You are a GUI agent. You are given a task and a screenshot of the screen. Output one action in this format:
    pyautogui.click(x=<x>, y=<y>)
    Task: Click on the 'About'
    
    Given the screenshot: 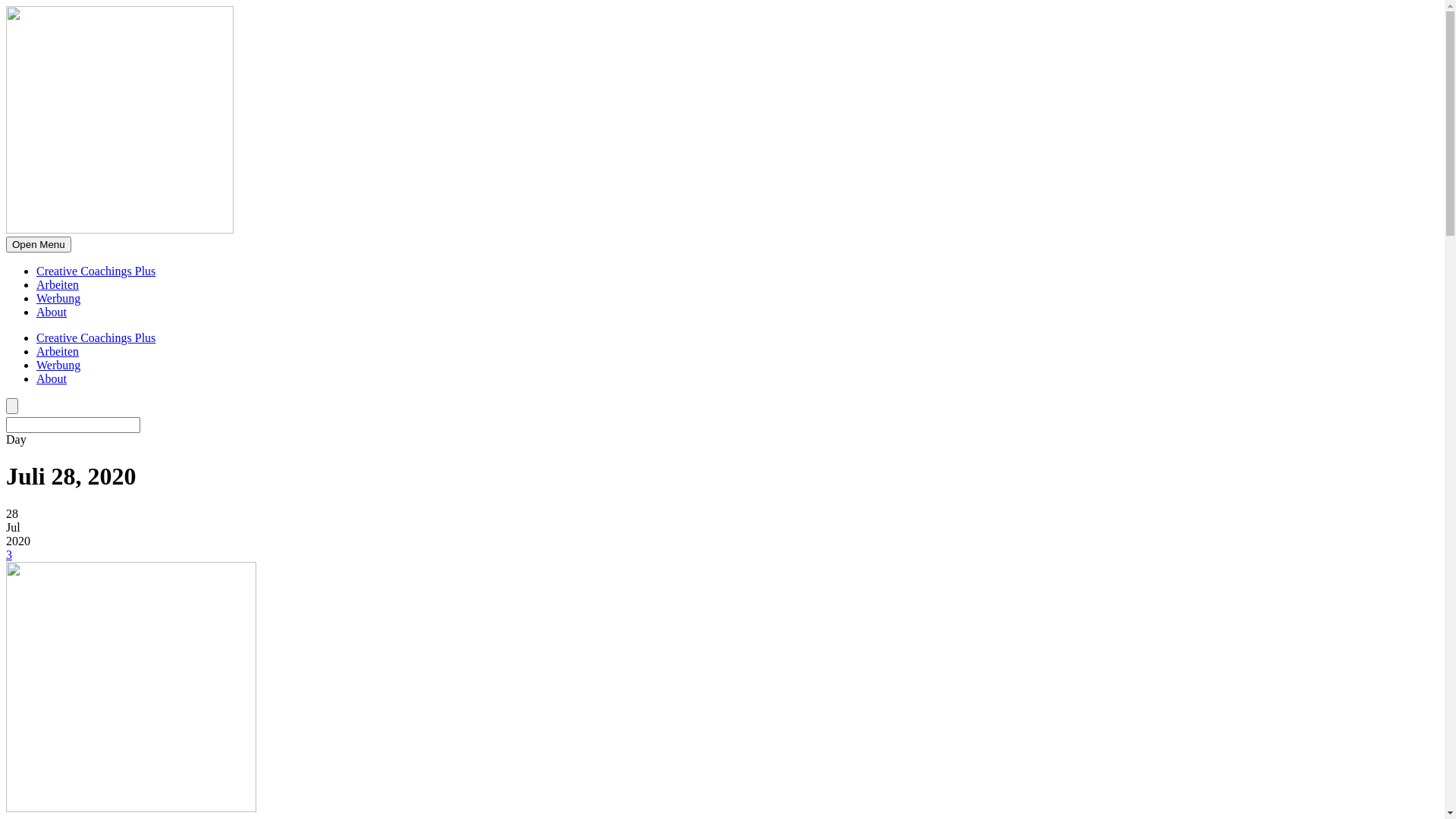 What is the action you would take?
    pyautogui.click(x=36, y=311)
    